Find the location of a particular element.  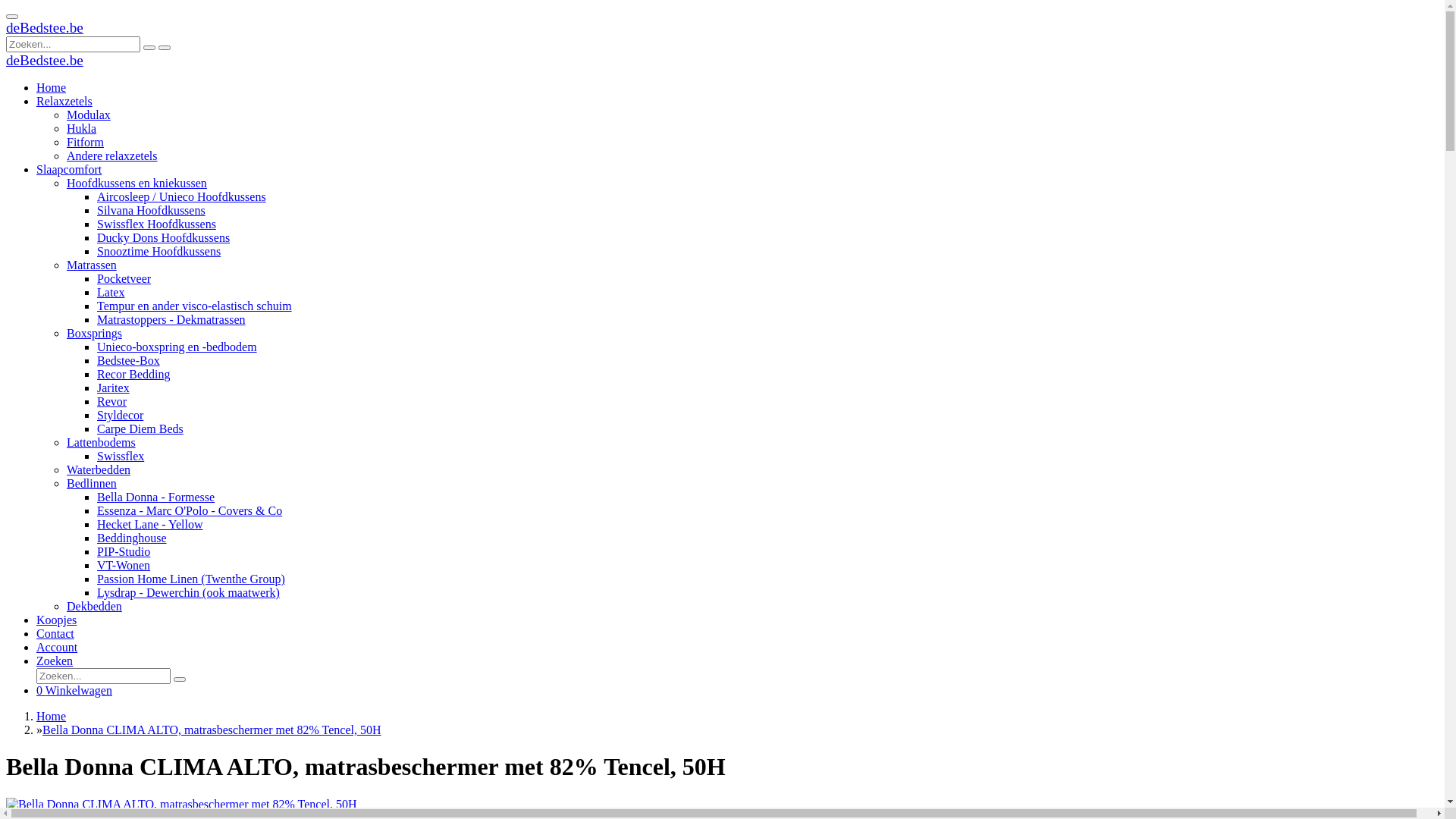

'Ducky Dons Hoofdkussens' is located at coordinates (163, 237).